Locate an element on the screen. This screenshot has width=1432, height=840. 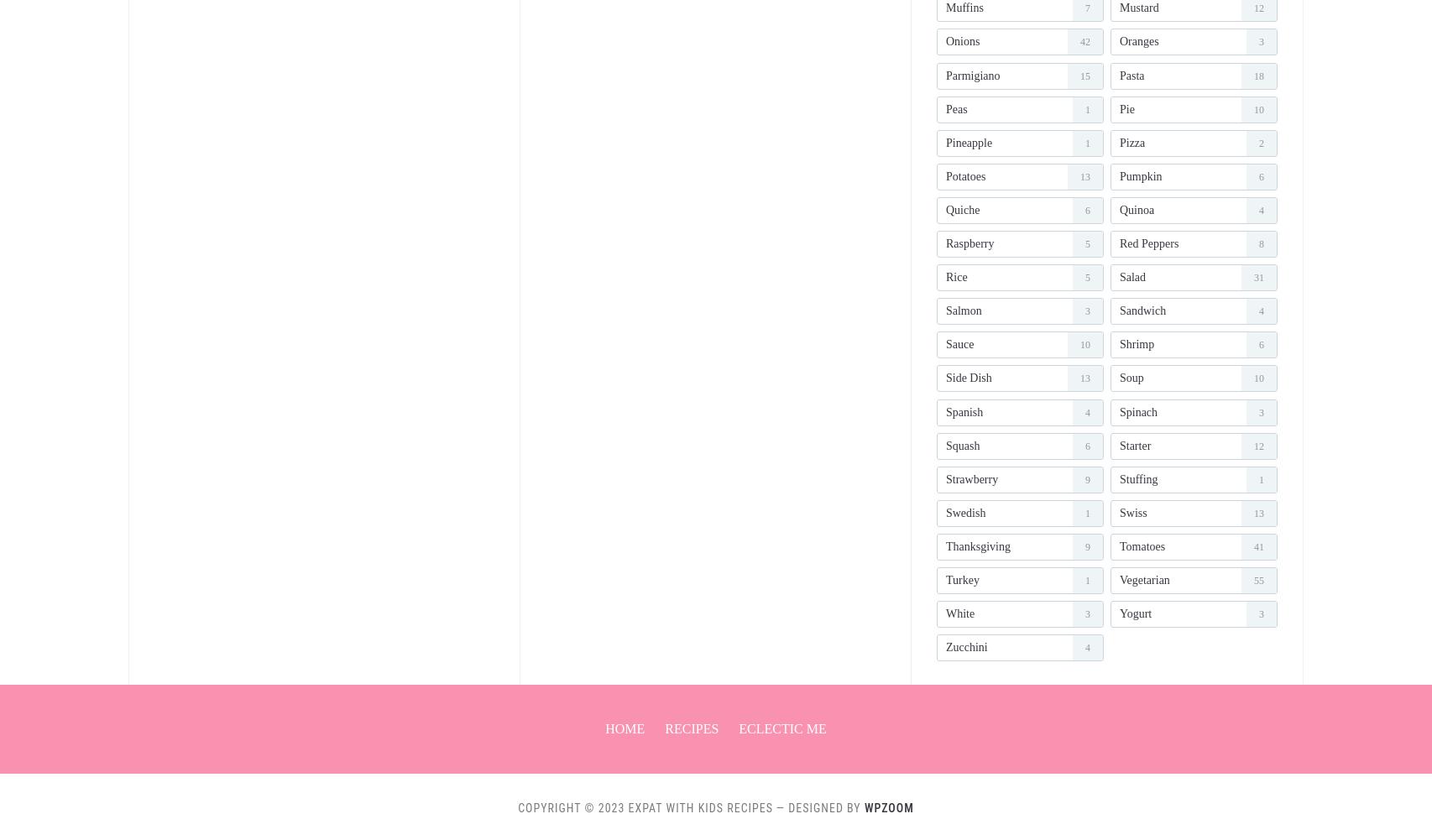
'muffins' is located at coordinates (964, 8).